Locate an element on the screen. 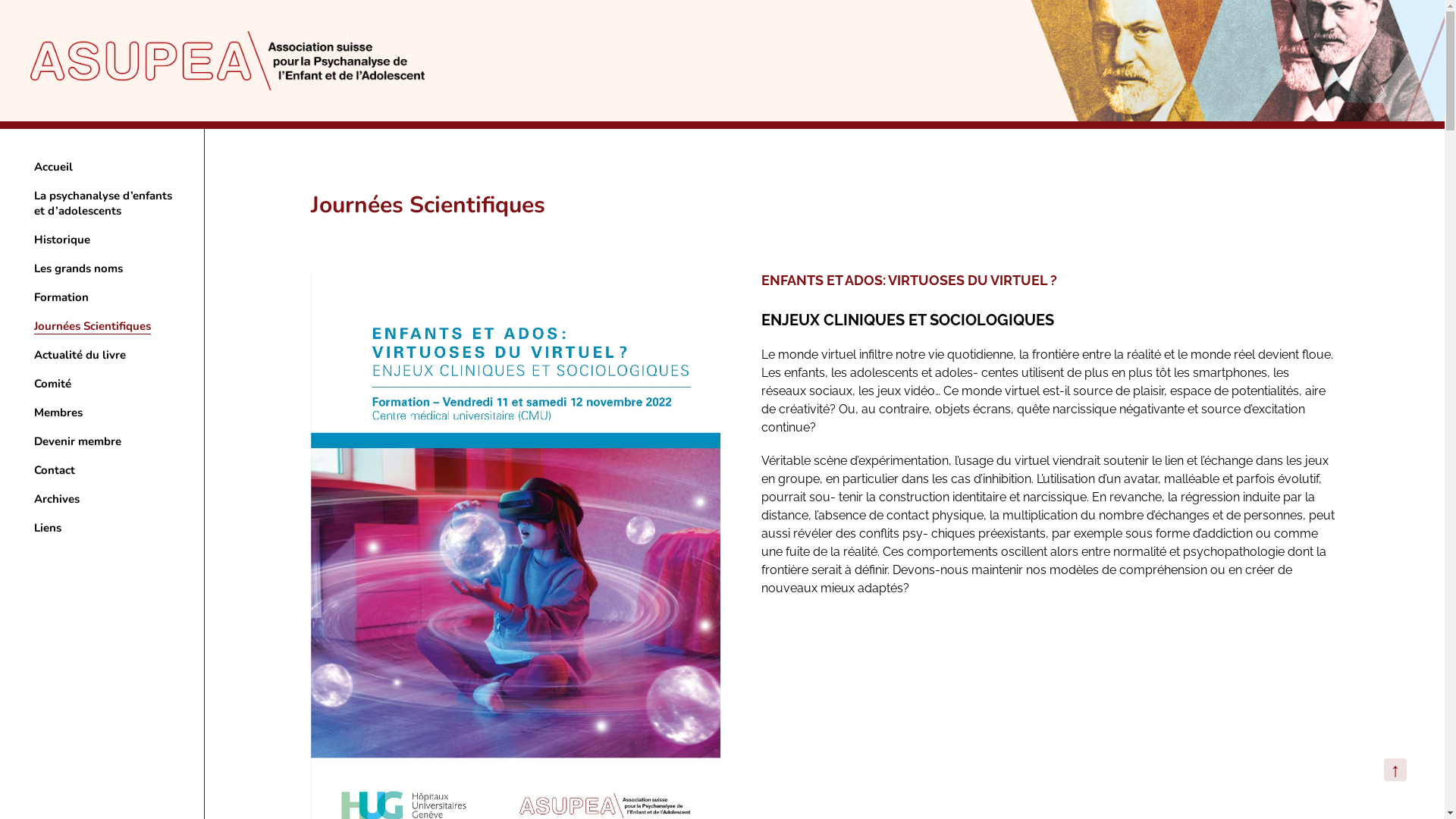 This screenshot has width=1456, height=819. 'Membres' is located at coordinates (33, 412).